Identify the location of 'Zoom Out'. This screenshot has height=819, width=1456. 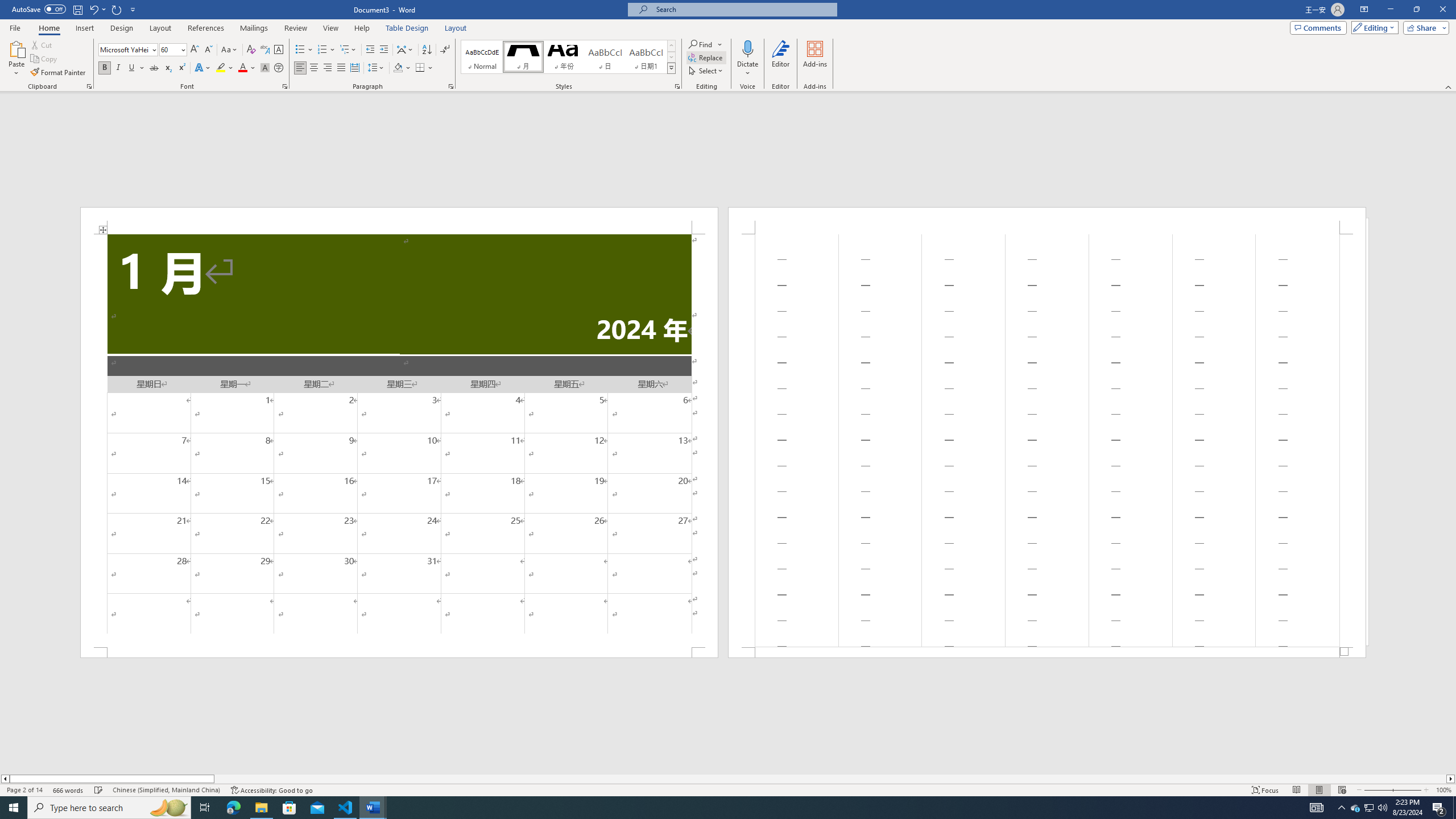
(1378, 790).